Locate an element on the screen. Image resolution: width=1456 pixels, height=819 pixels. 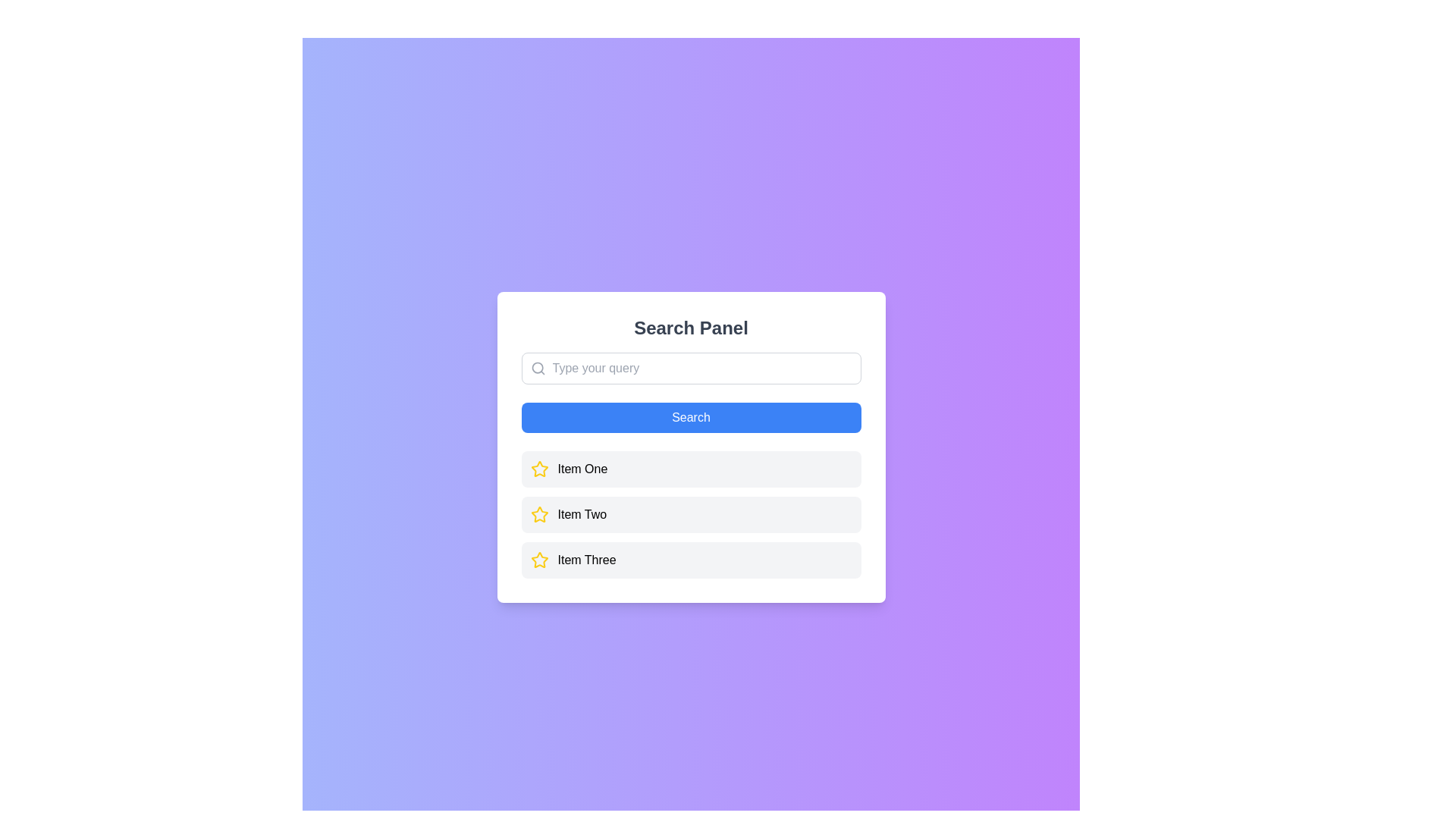
the circular search icon with a magnifying glass outline, which is gray in color and located to the left of the search input area in the modal interface is located at coordinates (538, 369).